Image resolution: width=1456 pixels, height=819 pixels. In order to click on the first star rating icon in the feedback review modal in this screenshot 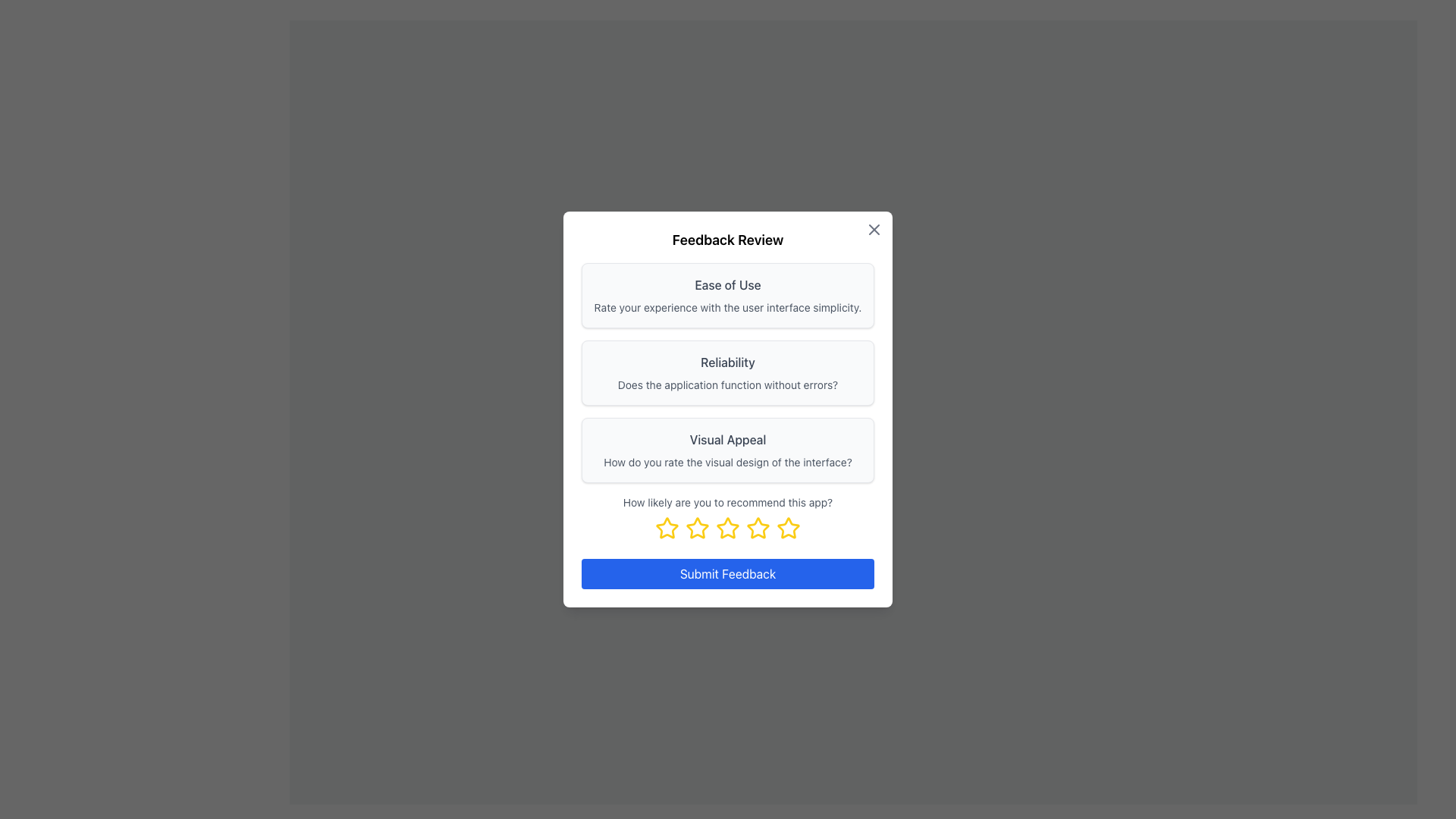, I will do `click(667, 527)`.